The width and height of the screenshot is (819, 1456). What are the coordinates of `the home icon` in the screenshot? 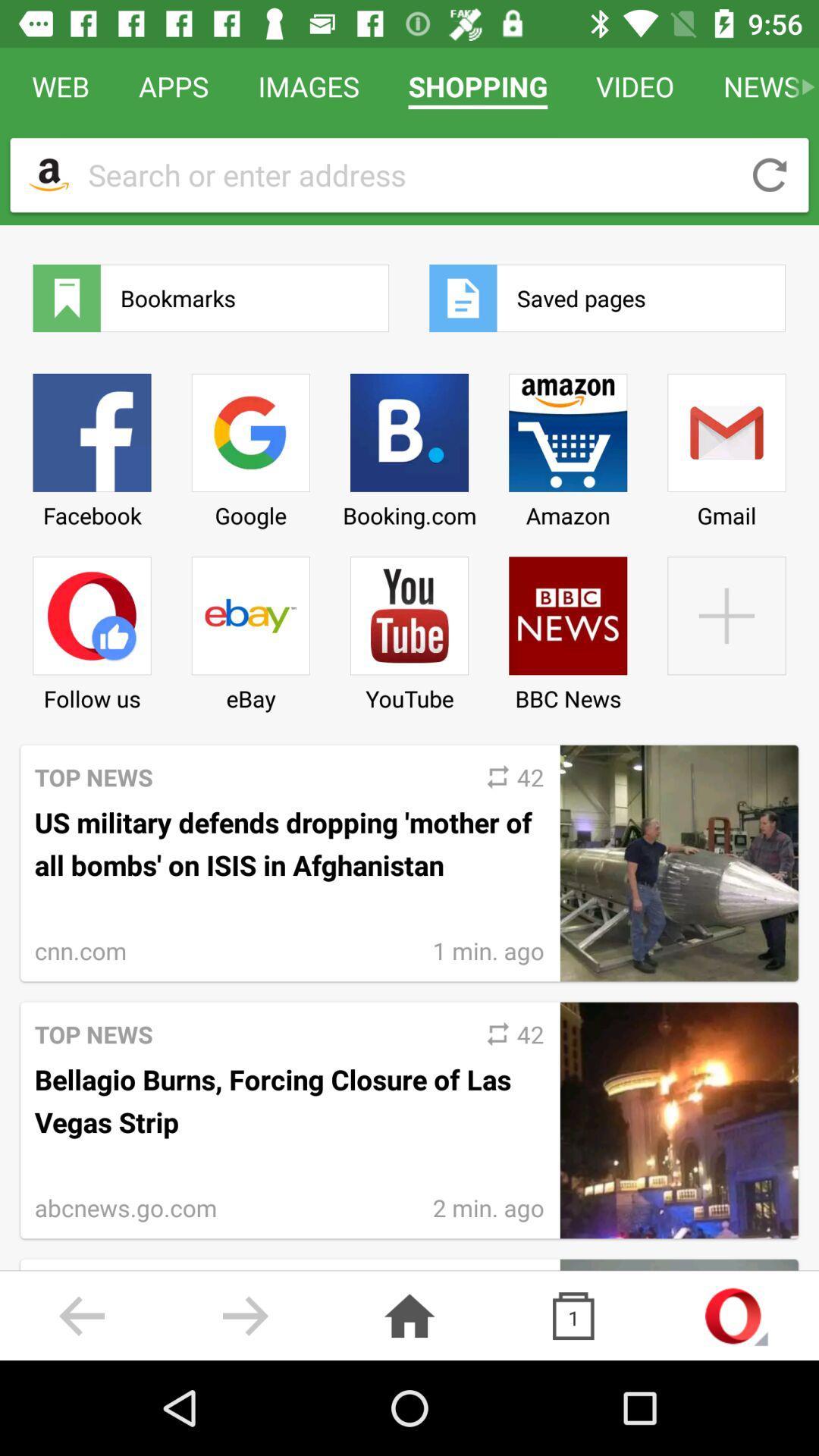 It's located at (409, 1315).